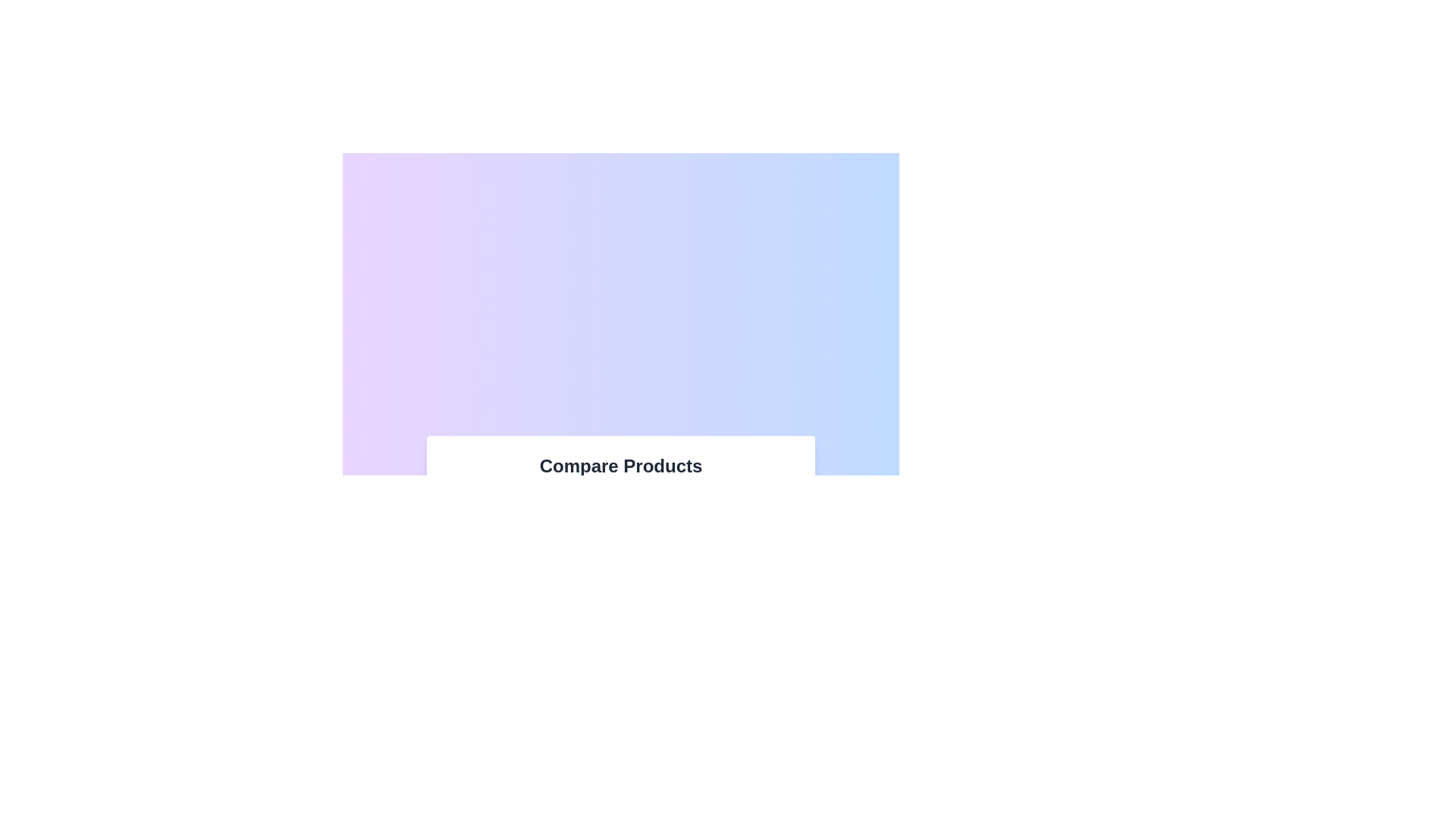  I want to click on the text label element displaying 'Compare Products', which is styled with a large bold font and dark gray color, located at the top-center of its section, so click(621, 465).